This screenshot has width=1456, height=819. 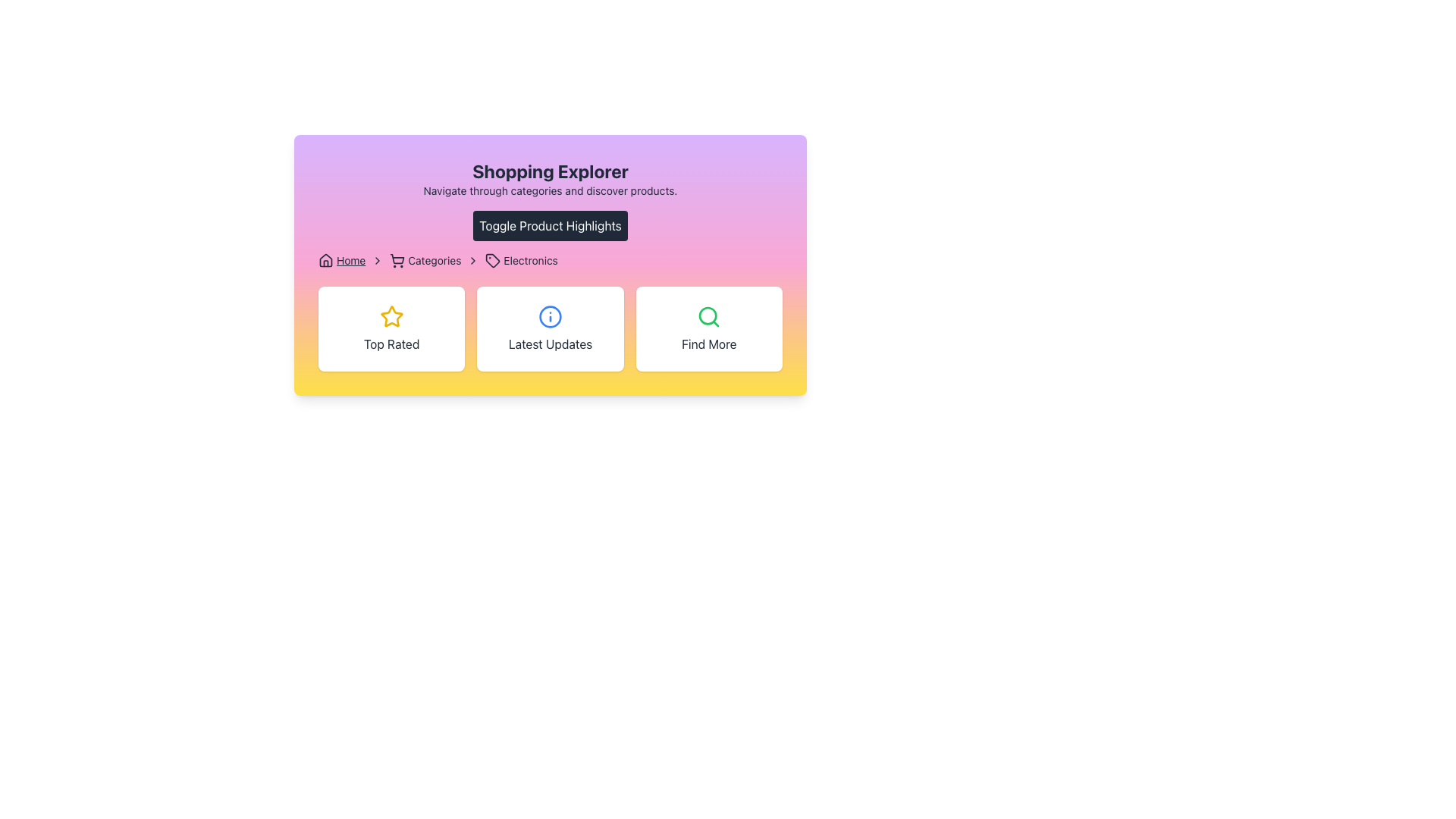 I want to click on the shopping cart icon located in the breadcrumb navigation bar, positioned before the 'Categories' label, so click(x=397, y=259).